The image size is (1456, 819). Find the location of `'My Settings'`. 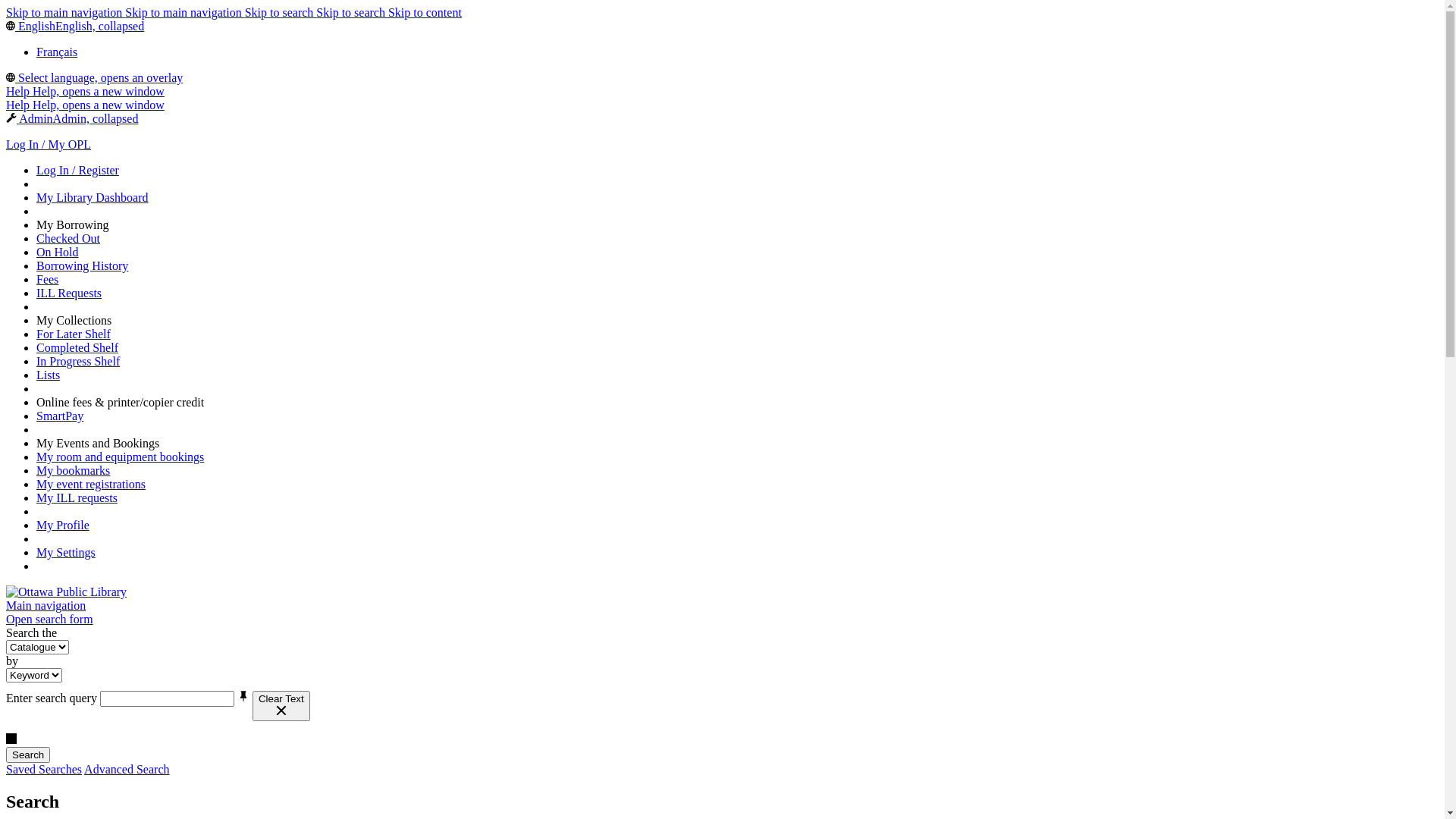

'My Settings' is located at coordinates (64, 552).